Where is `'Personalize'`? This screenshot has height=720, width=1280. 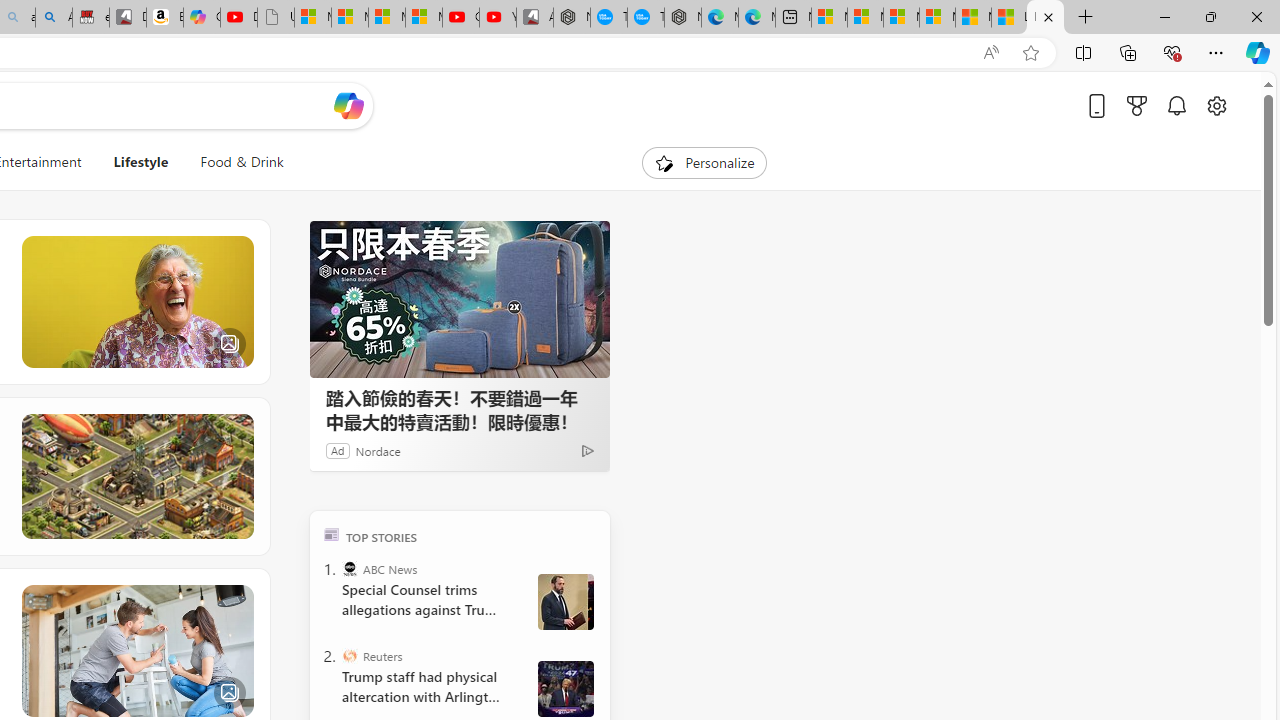
'Personalize' is located at coordinates (704, 162).